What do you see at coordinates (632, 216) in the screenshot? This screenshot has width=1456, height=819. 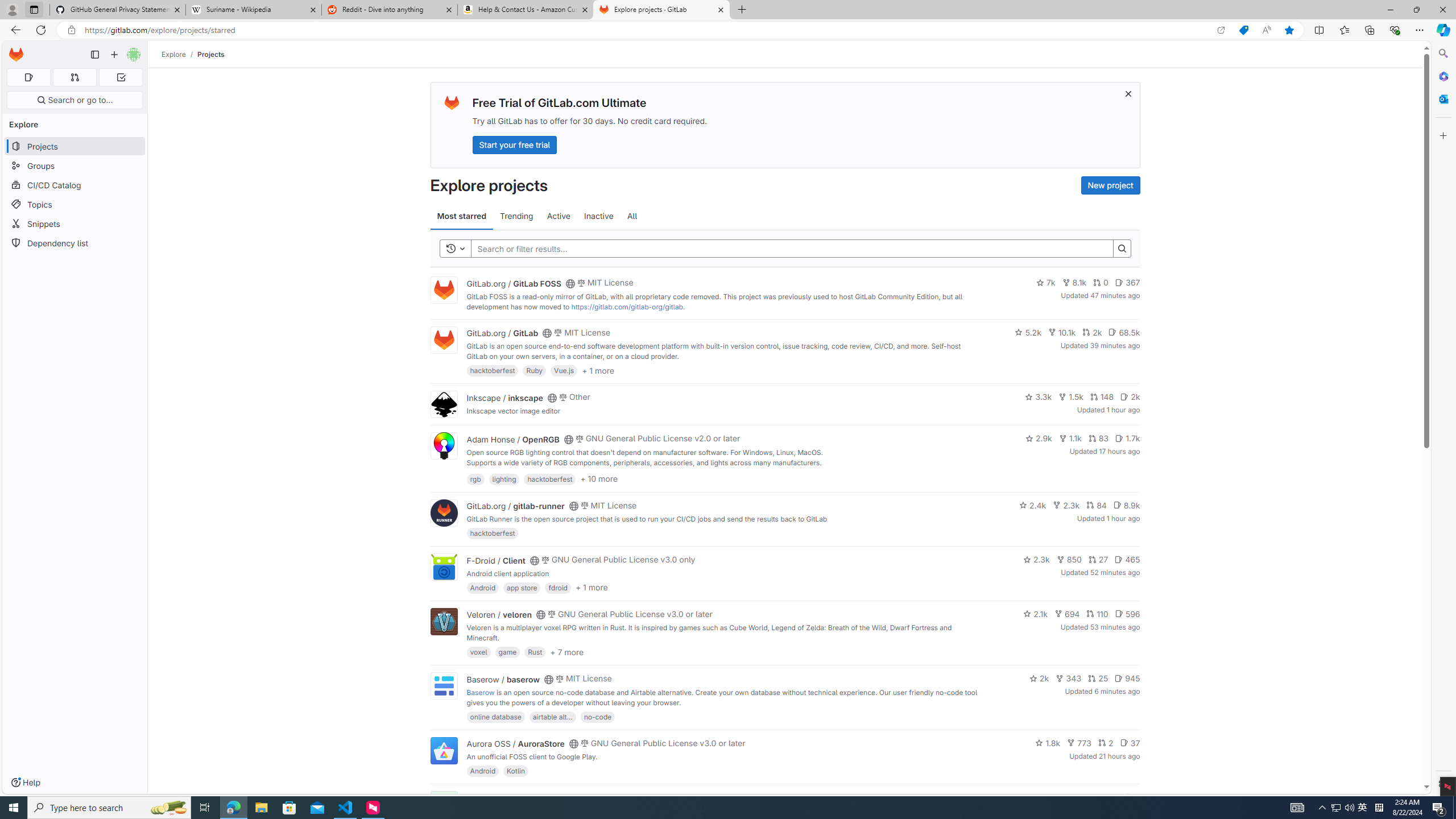 I see `'All'` at bounding box center [632, 216].